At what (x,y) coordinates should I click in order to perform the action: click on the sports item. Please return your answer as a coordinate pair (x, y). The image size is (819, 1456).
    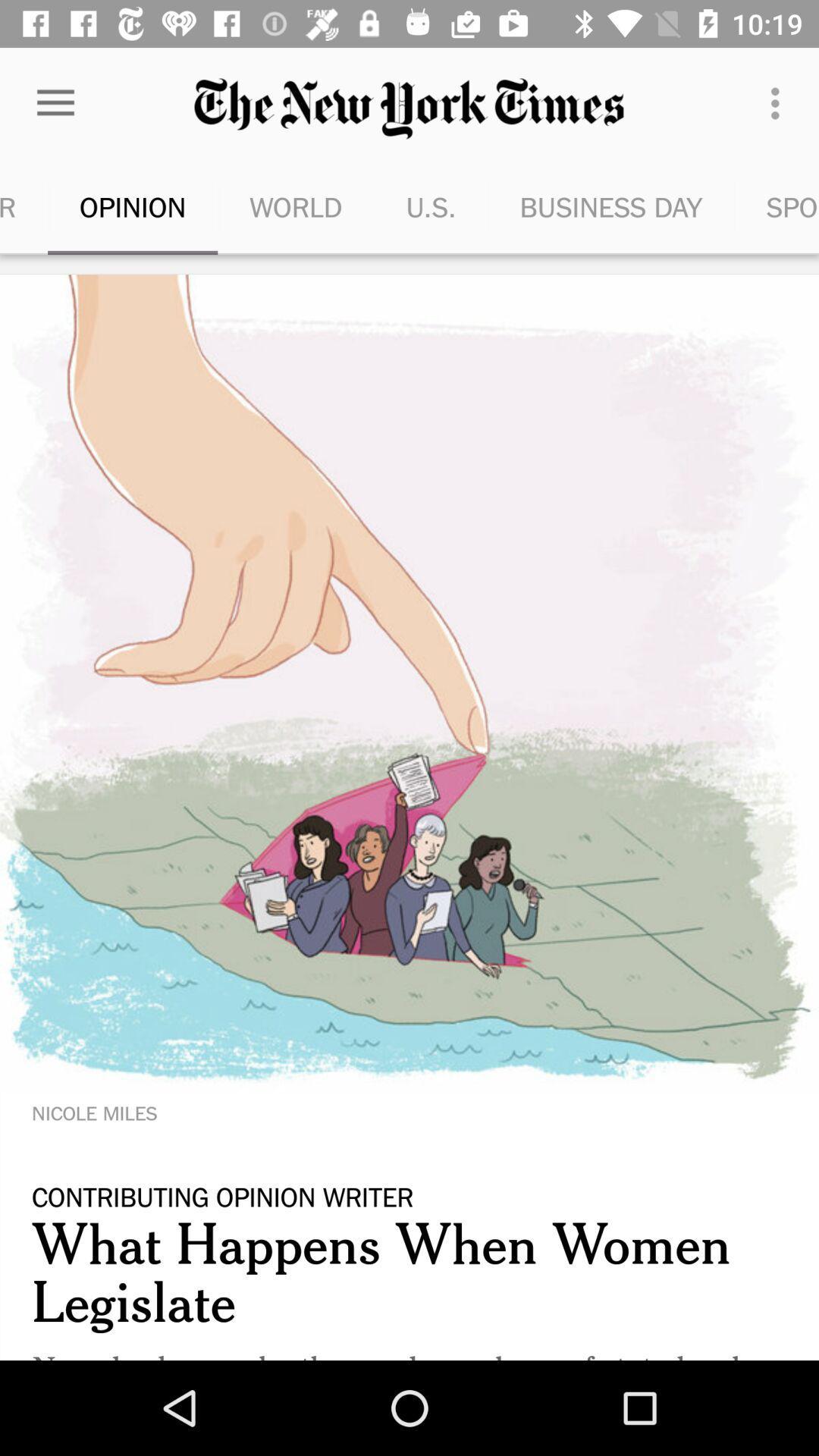
    Looking at the image, I should click on (777, 206).